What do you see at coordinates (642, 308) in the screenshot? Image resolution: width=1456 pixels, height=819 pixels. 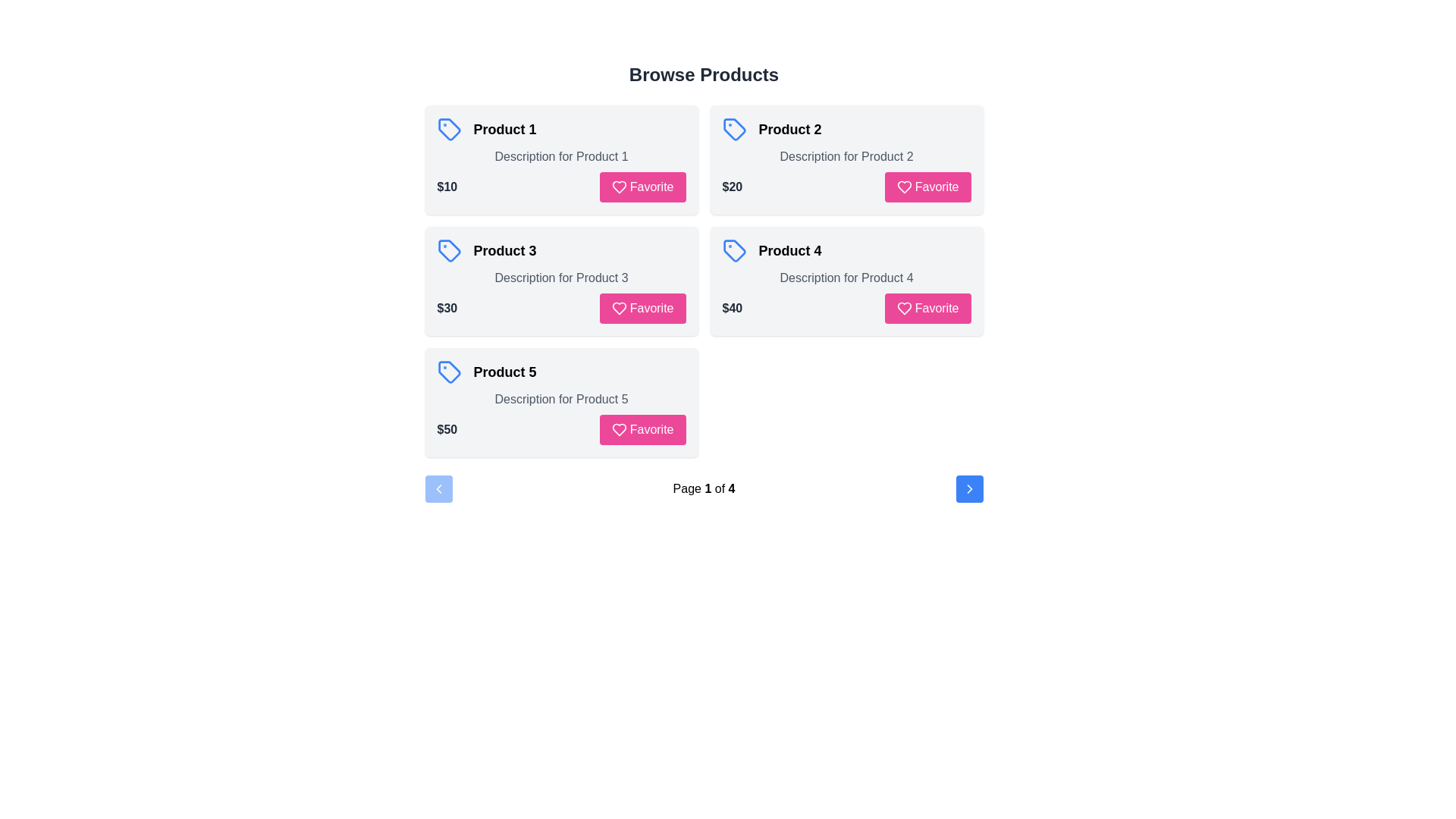 I see `the favorite button located at the bottom-right corner of 'Product 3' card, below its price ('$30')` at bounding box center [642, 308].